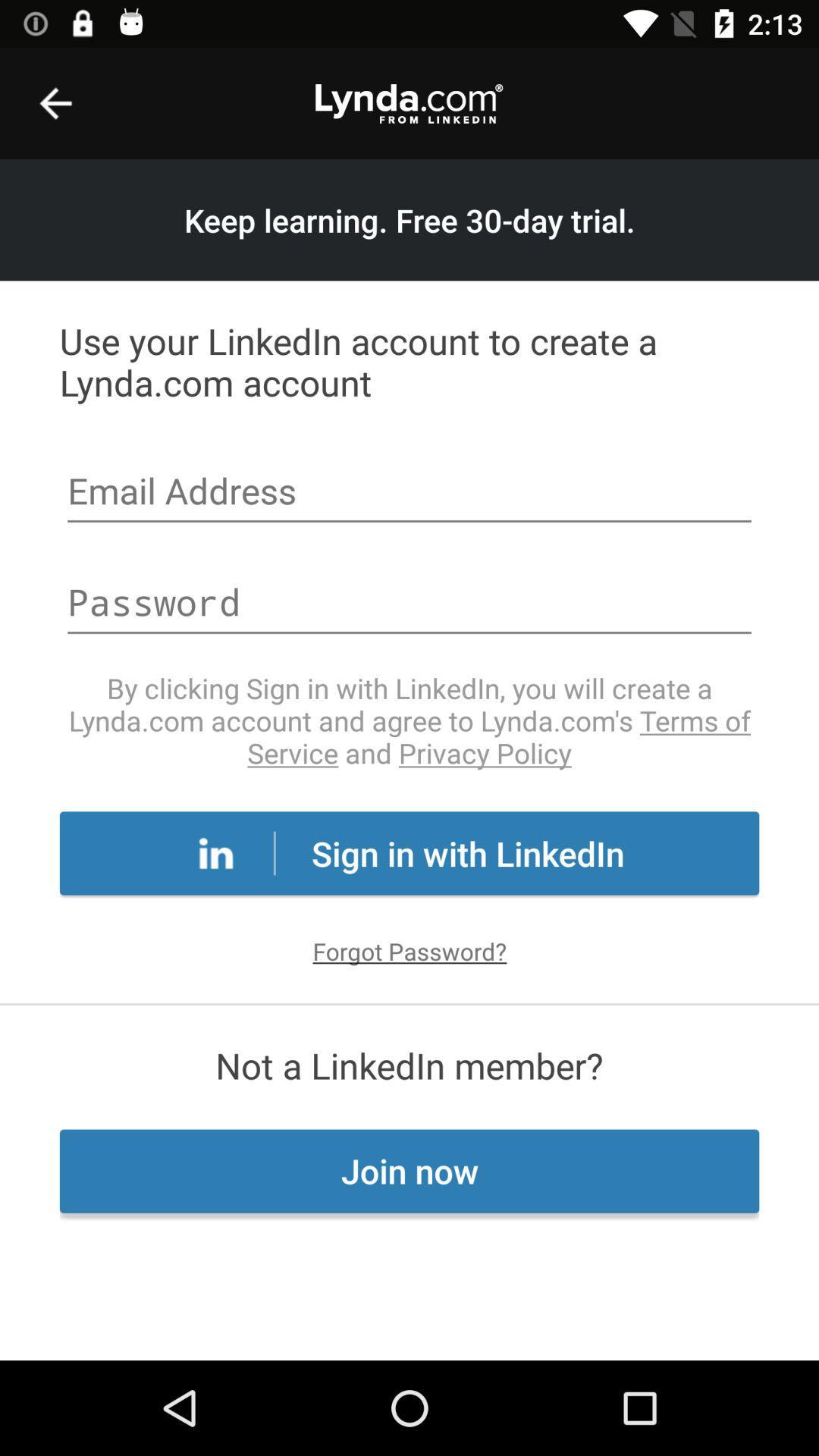 The width and height of the screenshot is (819, 1456). I want to click on forgot  password, so click(409, 950).